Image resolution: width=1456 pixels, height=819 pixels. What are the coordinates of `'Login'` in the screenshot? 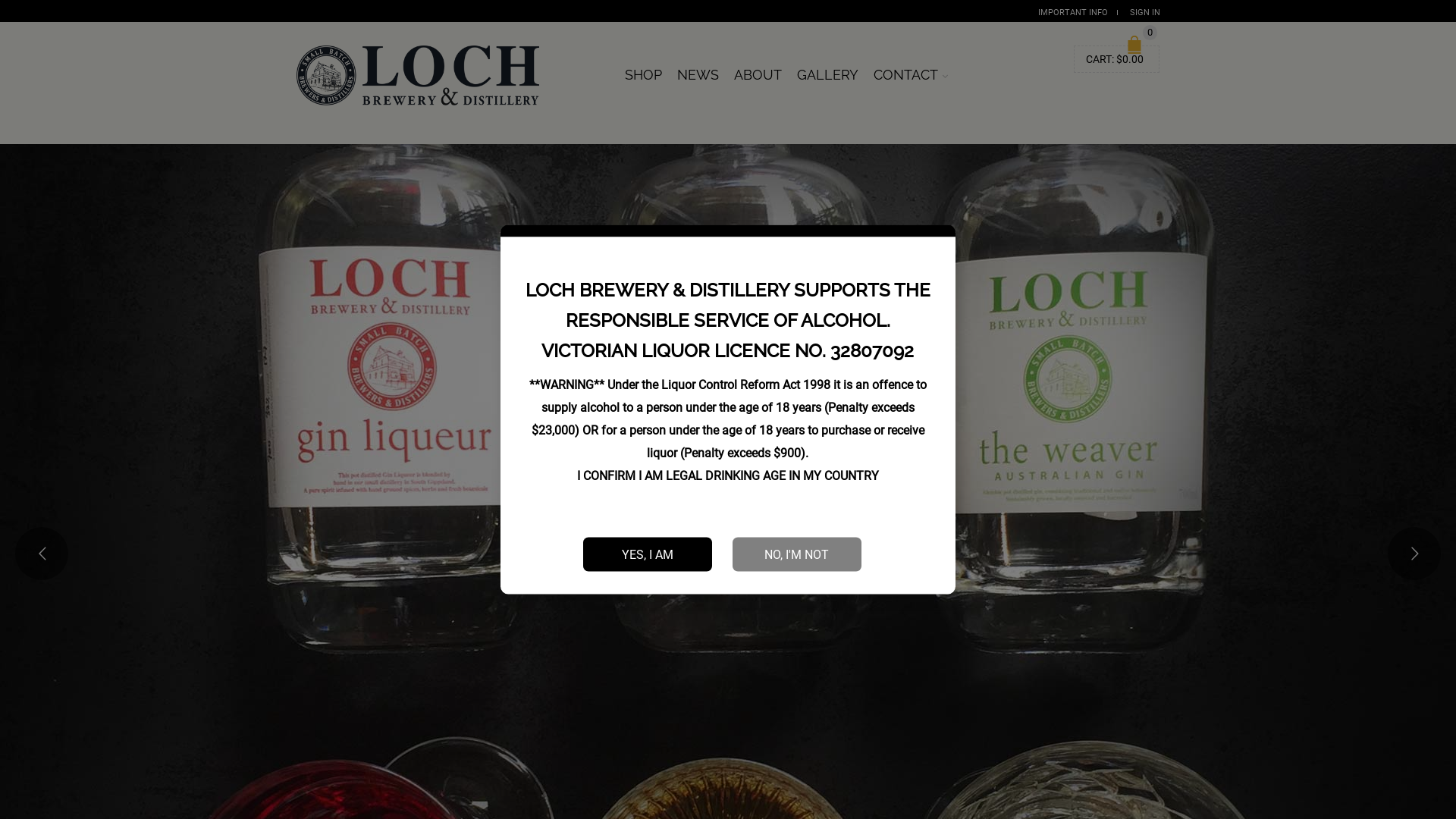 It's located at (1128, 220).